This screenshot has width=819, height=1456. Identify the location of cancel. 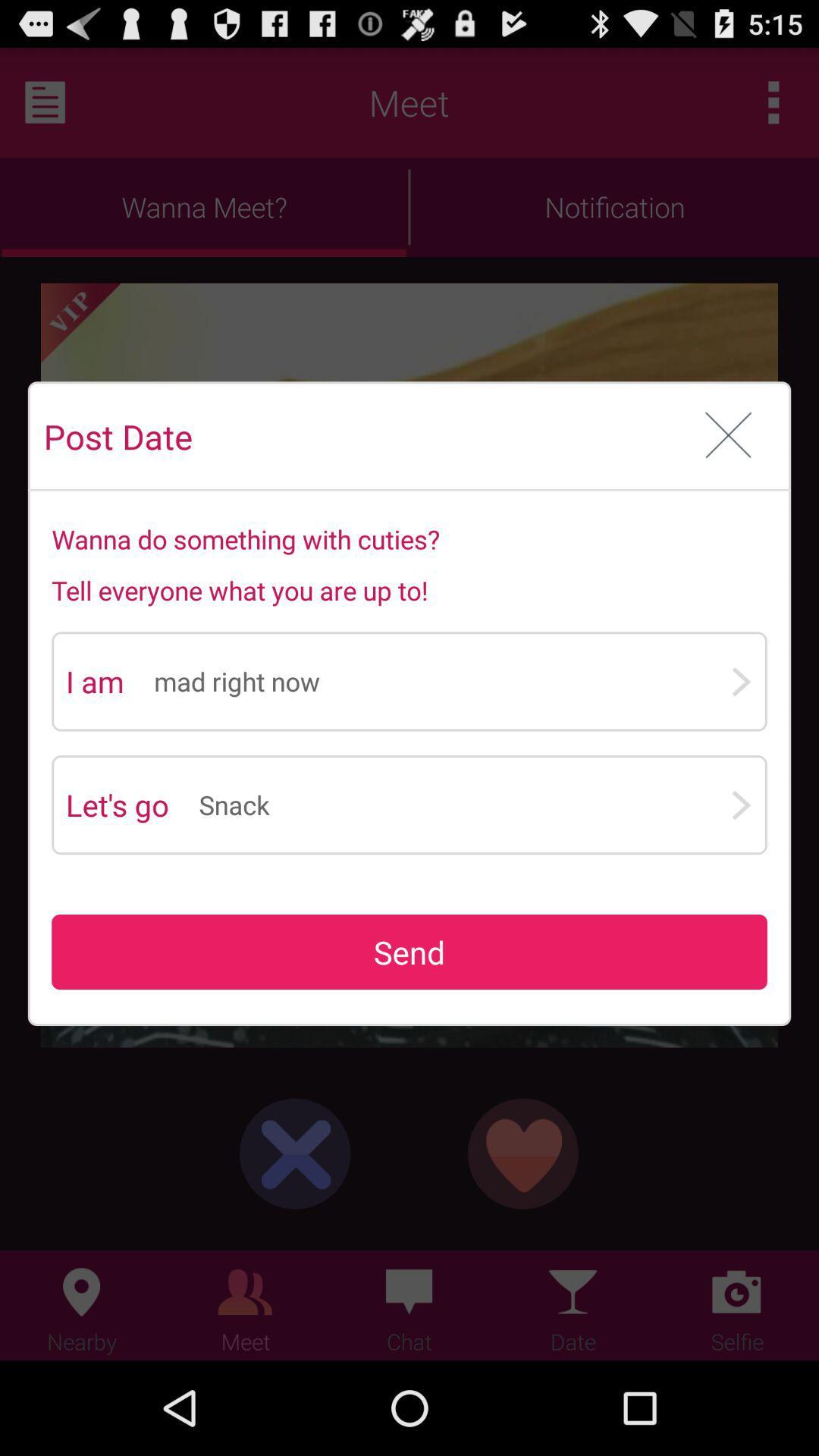
(728, 435).